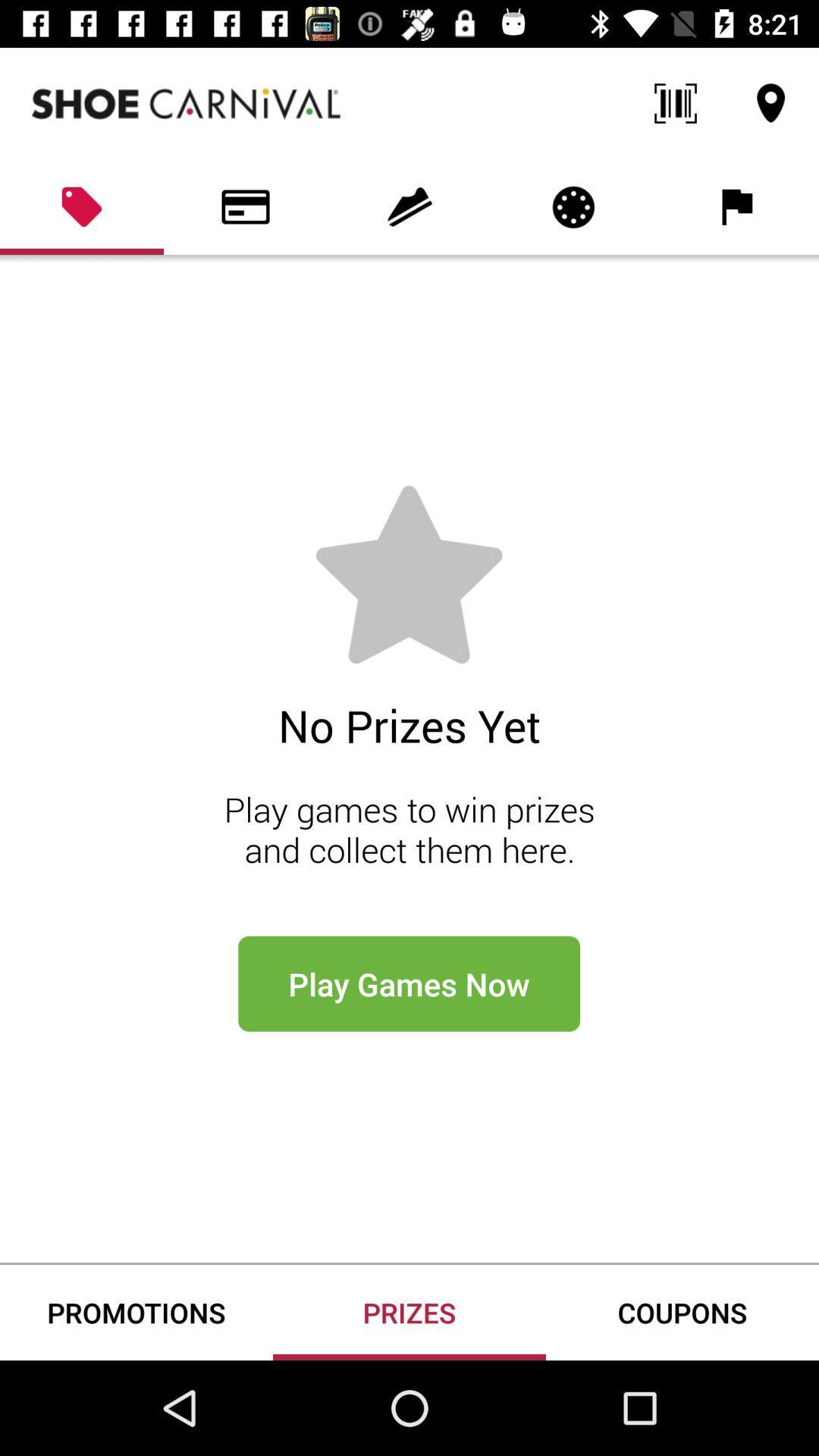  I want to click on the icon which is second right to the tag icon, so click(409, 206).